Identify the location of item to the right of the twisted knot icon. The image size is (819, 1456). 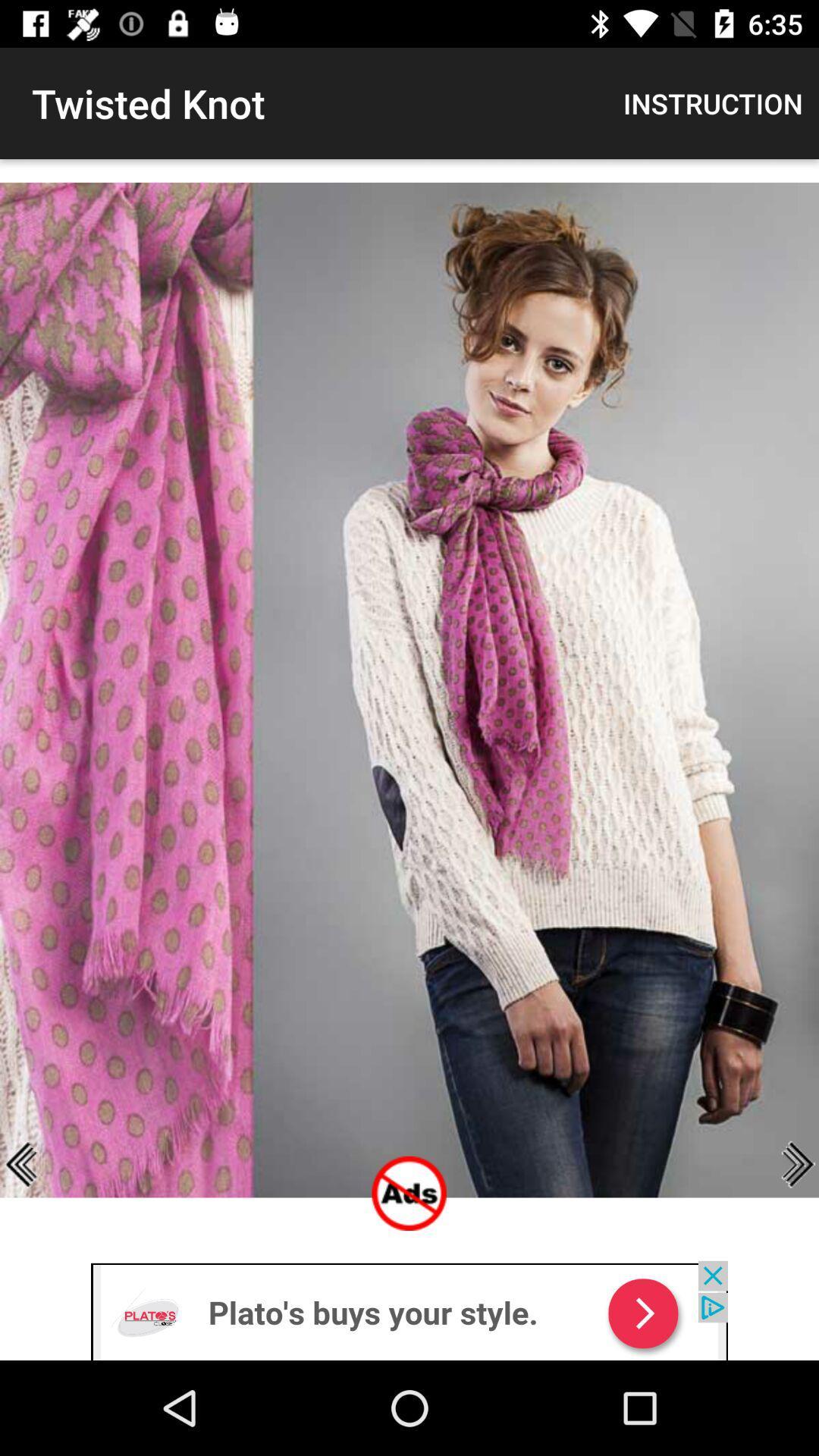
(713, 102).